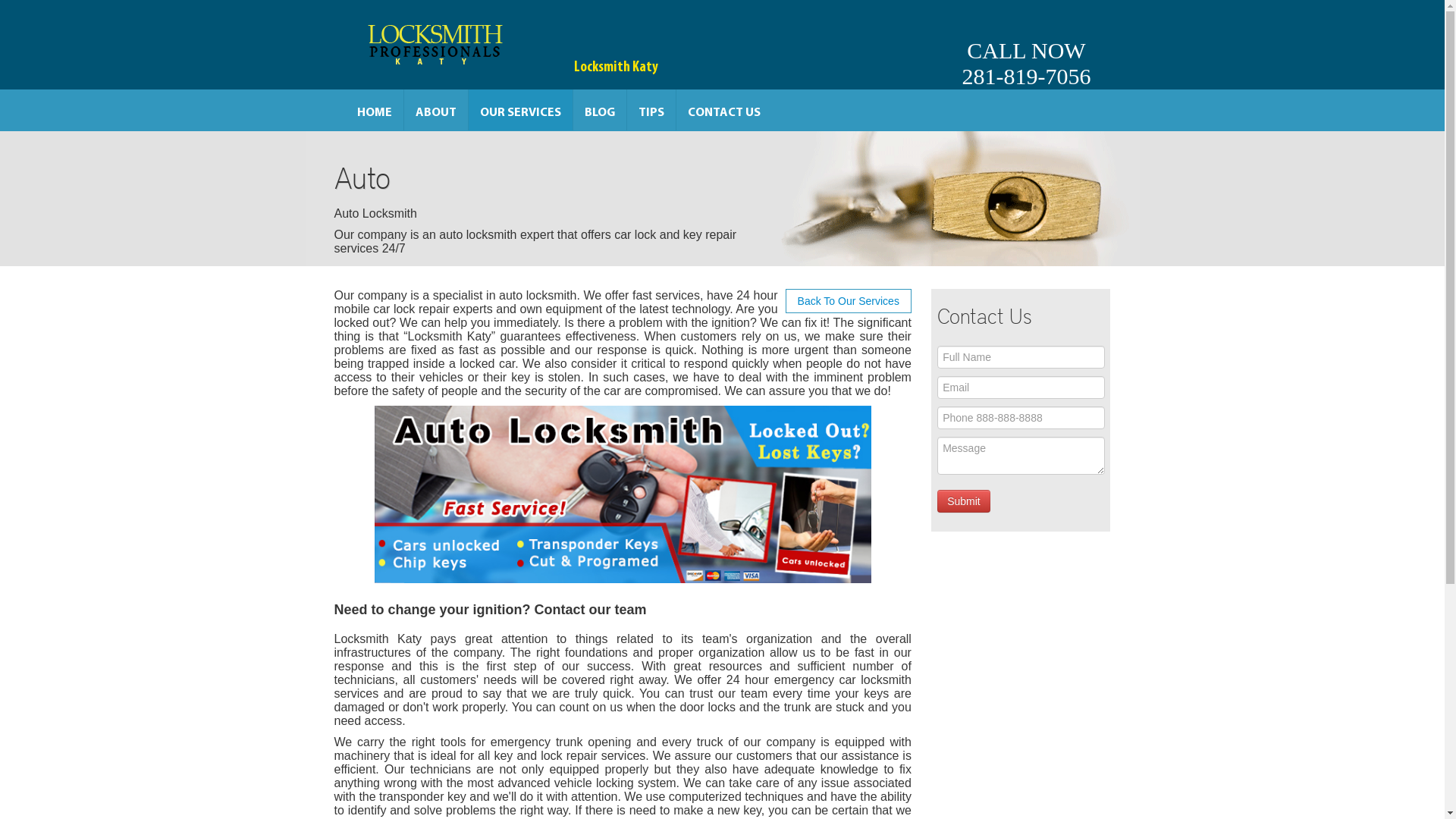  I want to click on 'CONTACT US', so click(723, 109).